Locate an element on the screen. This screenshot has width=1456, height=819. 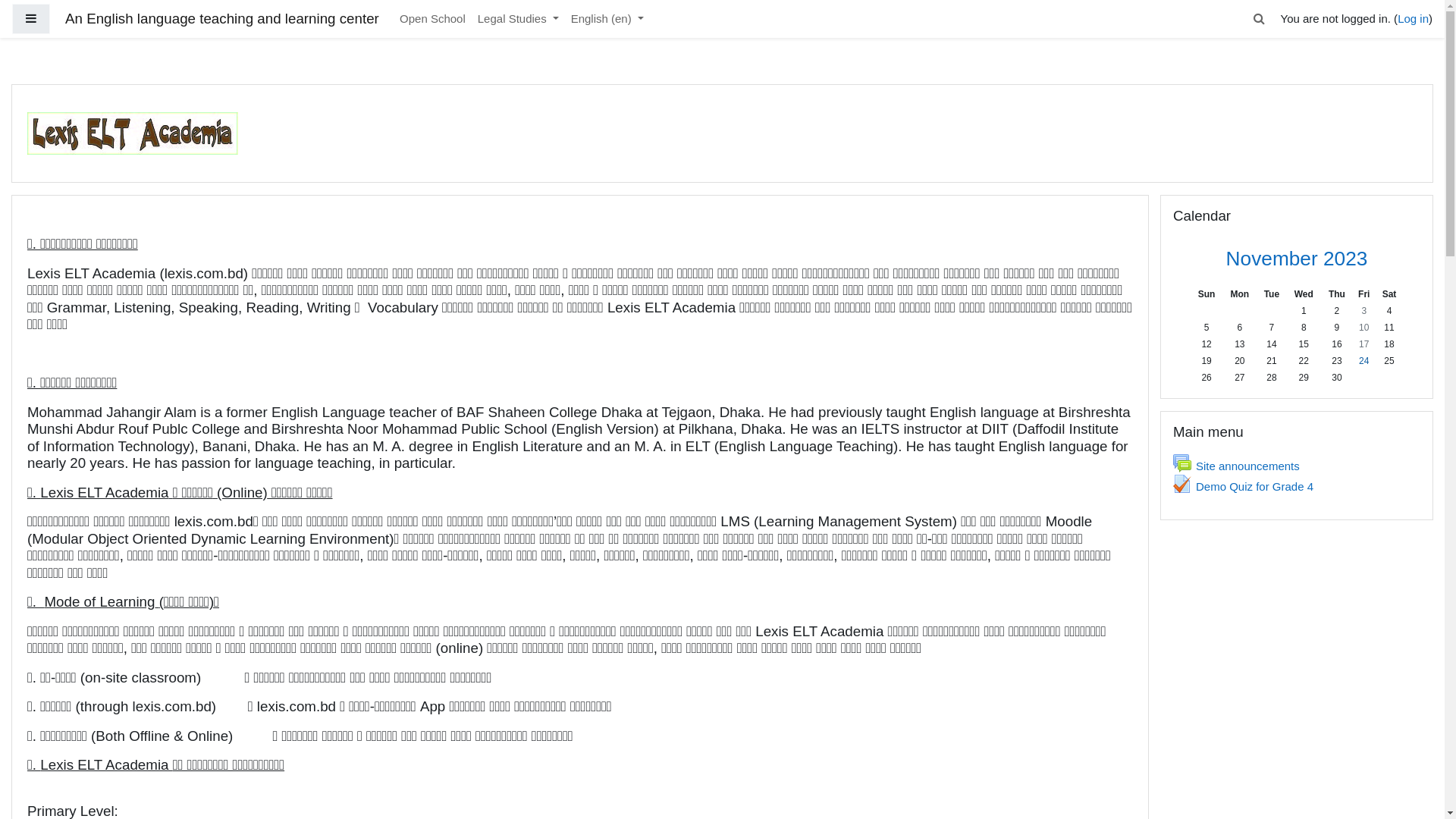
'November 2023' is located at coordinates (1296, 257).